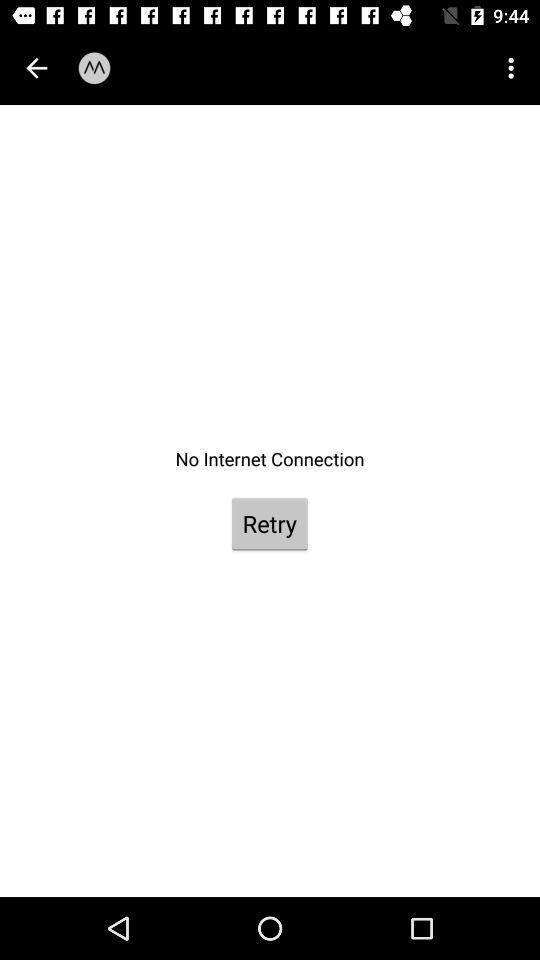 This screenshot has height=960, width=540. Describe the element at coordinates (269, 522) in the screenshot. I see `the retry item` at that location.